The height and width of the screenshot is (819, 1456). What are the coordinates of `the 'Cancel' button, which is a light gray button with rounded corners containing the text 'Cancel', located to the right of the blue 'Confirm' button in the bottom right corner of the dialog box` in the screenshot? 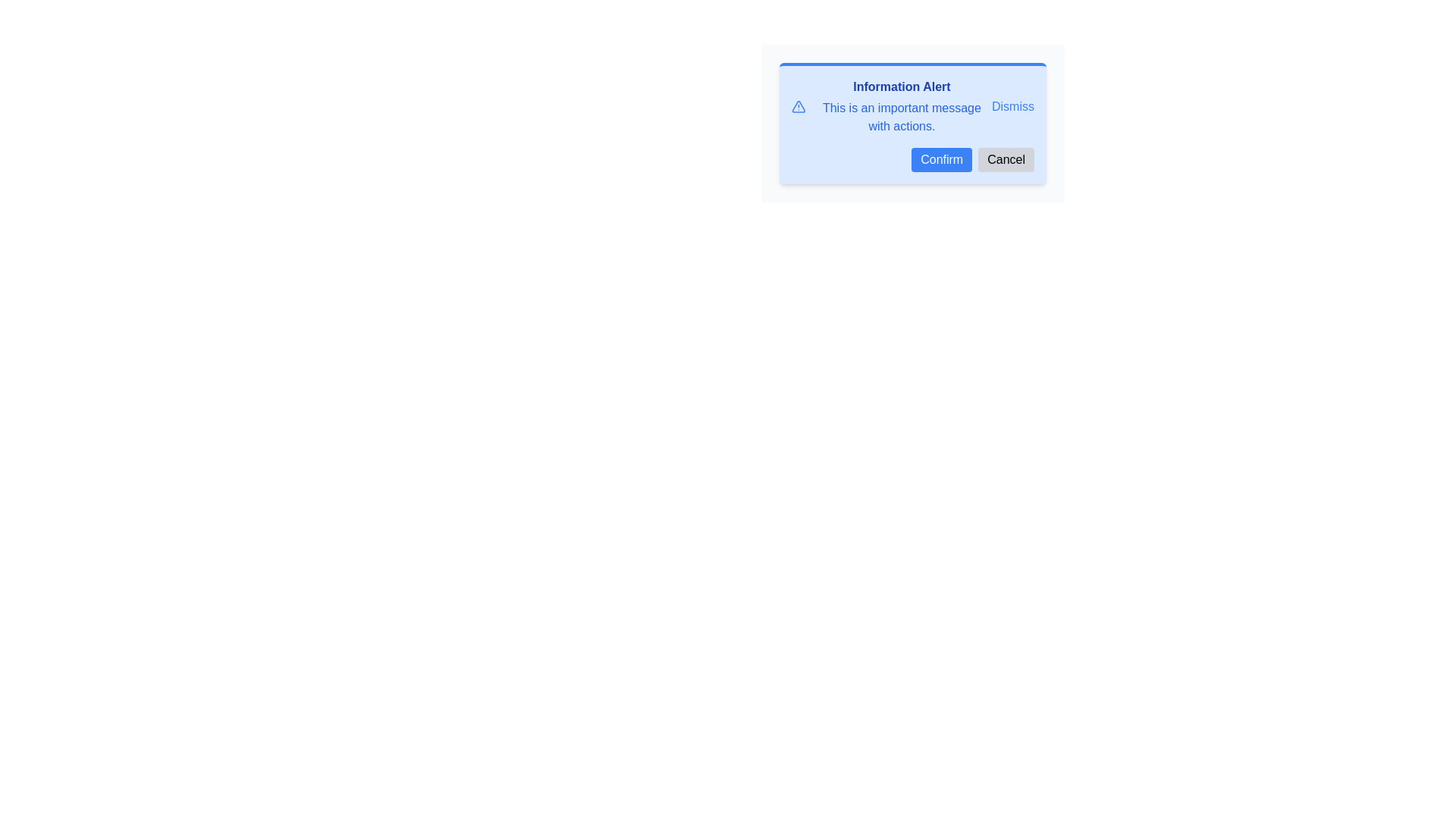 It's located at (1006, 160).